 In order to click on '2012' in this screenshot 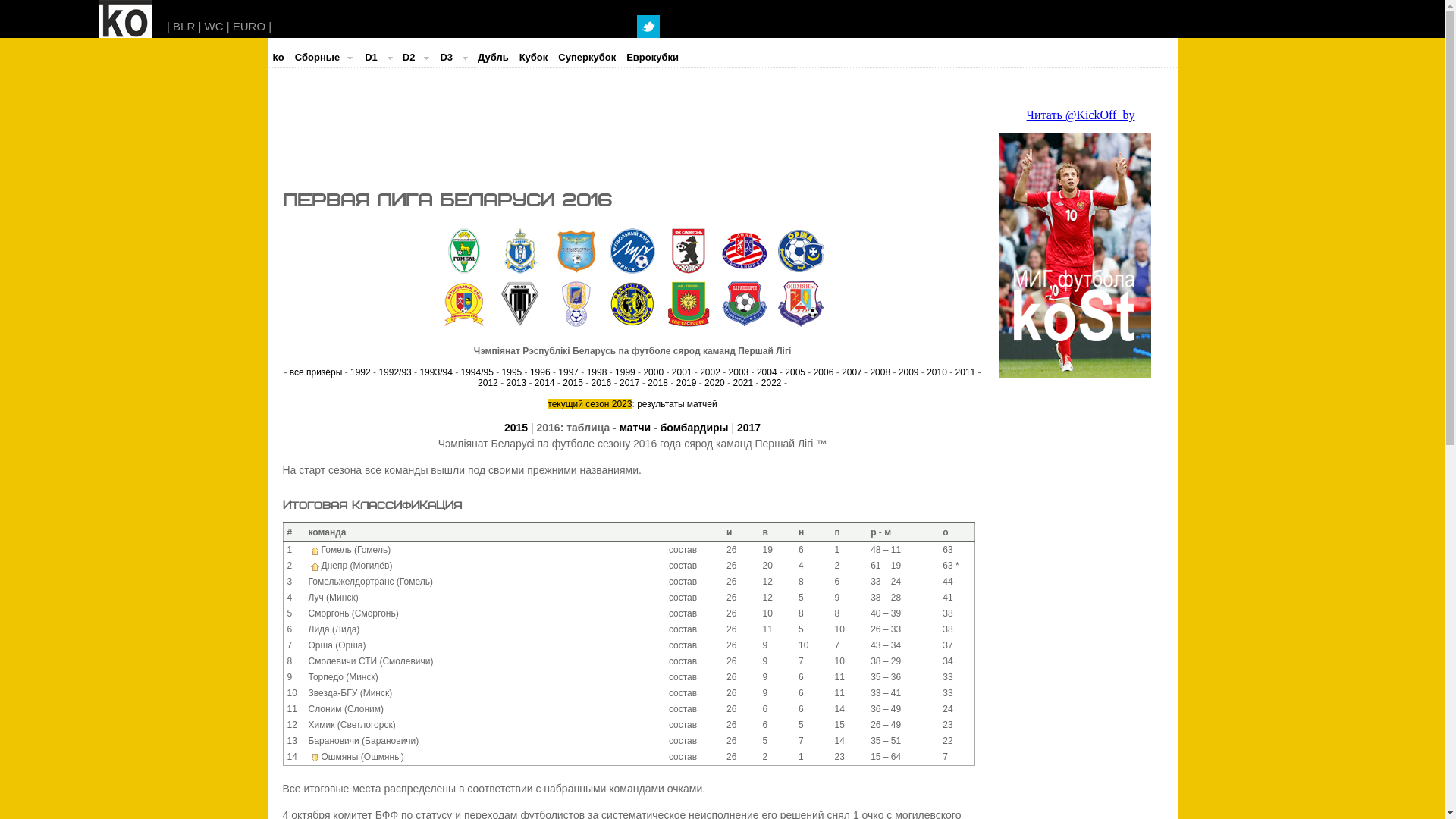, I will do `click(488, 382)`.